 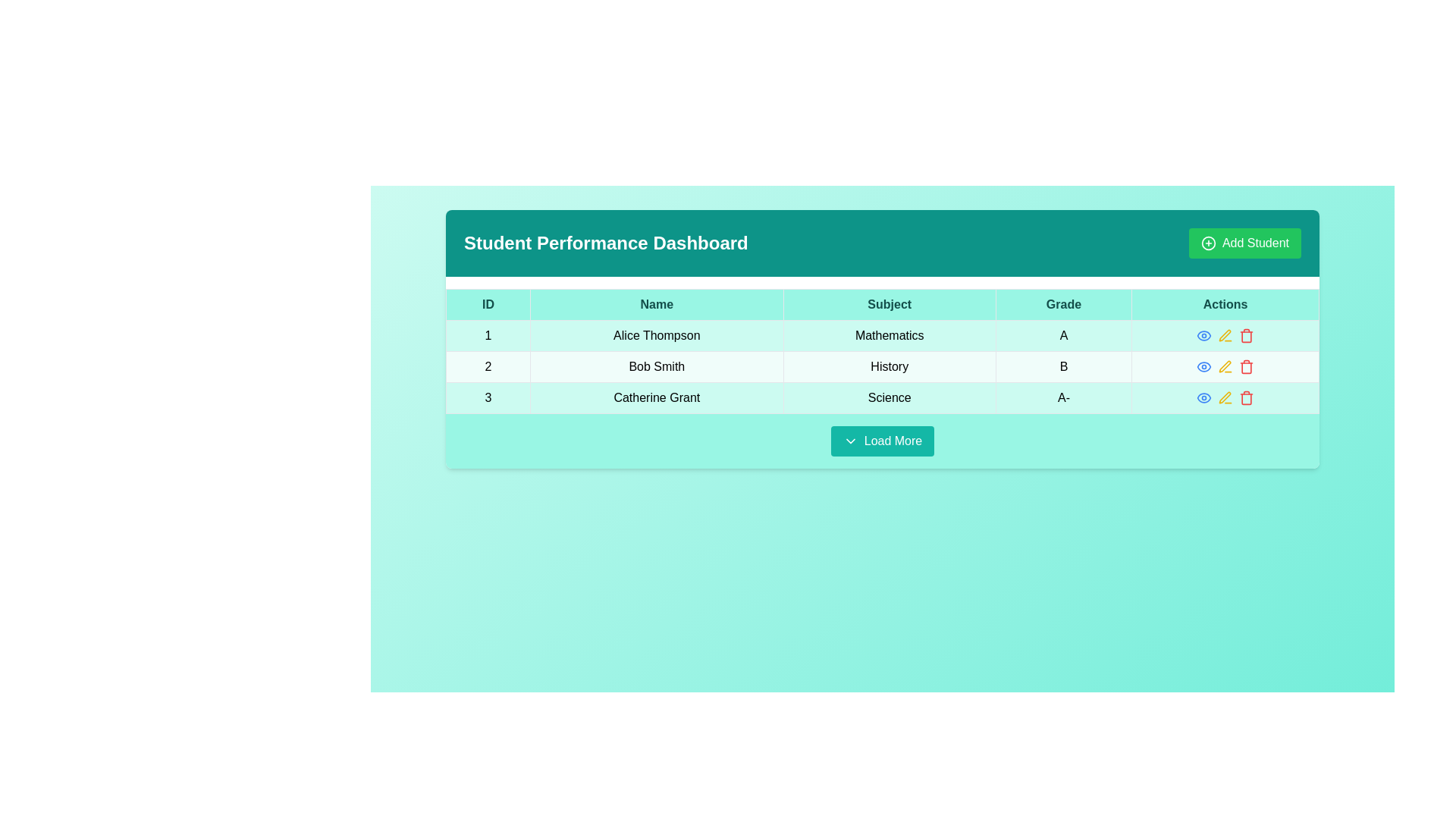 I want to click on the yellow pen icon in the 'Actions' column of the second row, so click(x=1225, y=366).